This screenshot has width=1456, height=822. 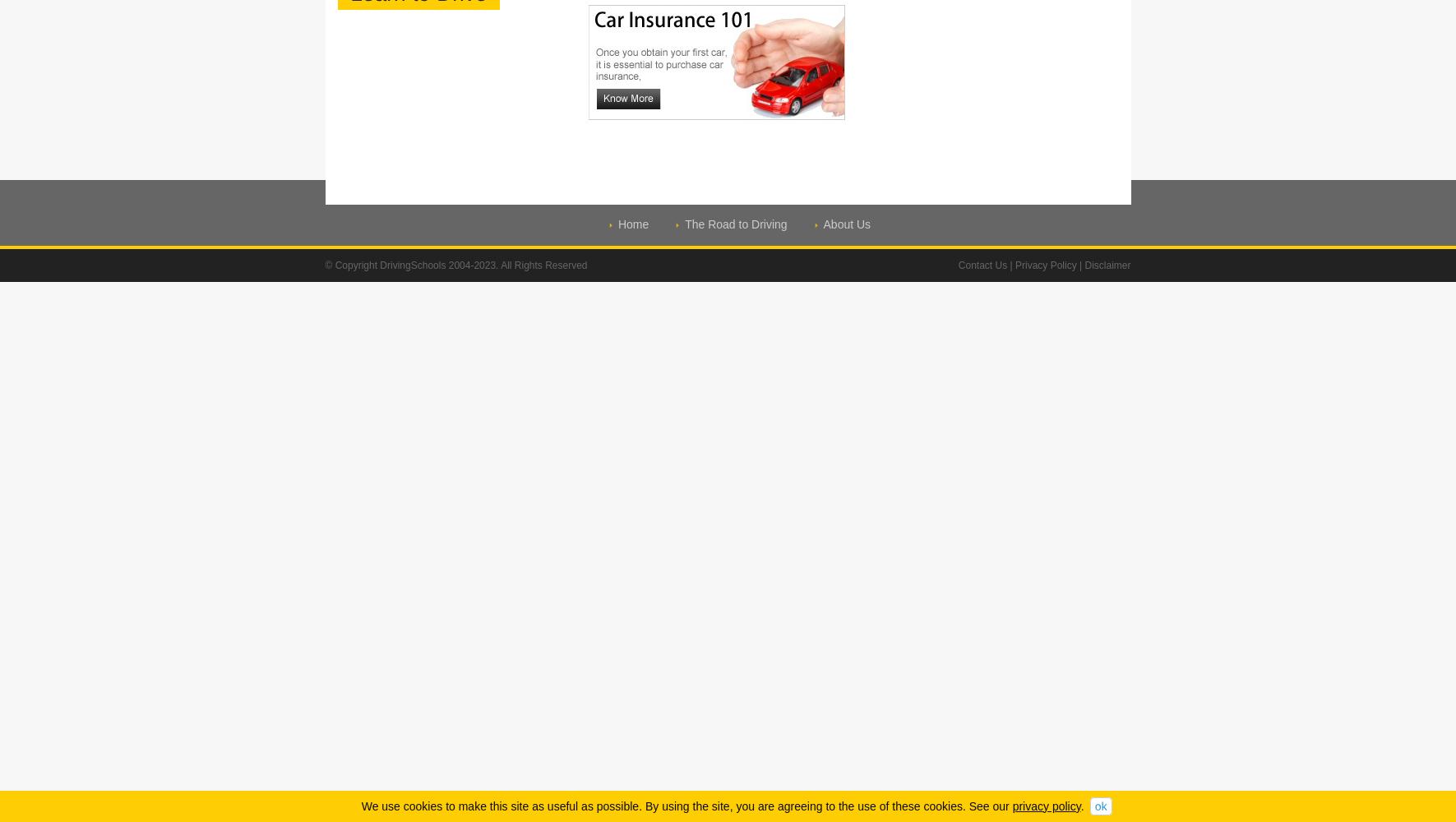 I want to click on 'Disclaimer', so click(x=1084, y=265).